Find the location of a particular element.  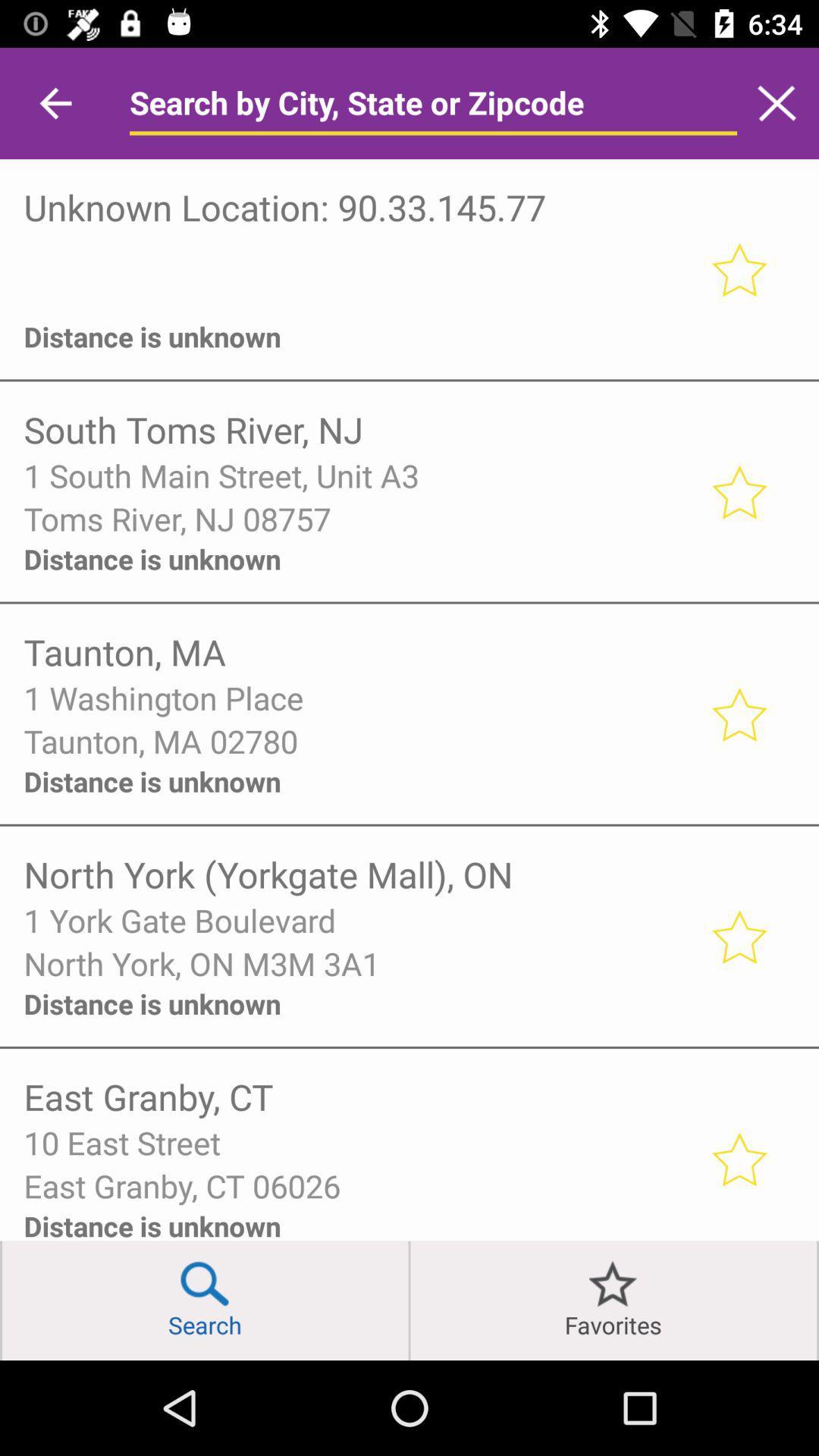

favorites icon is located at coordinates (613, 1300).